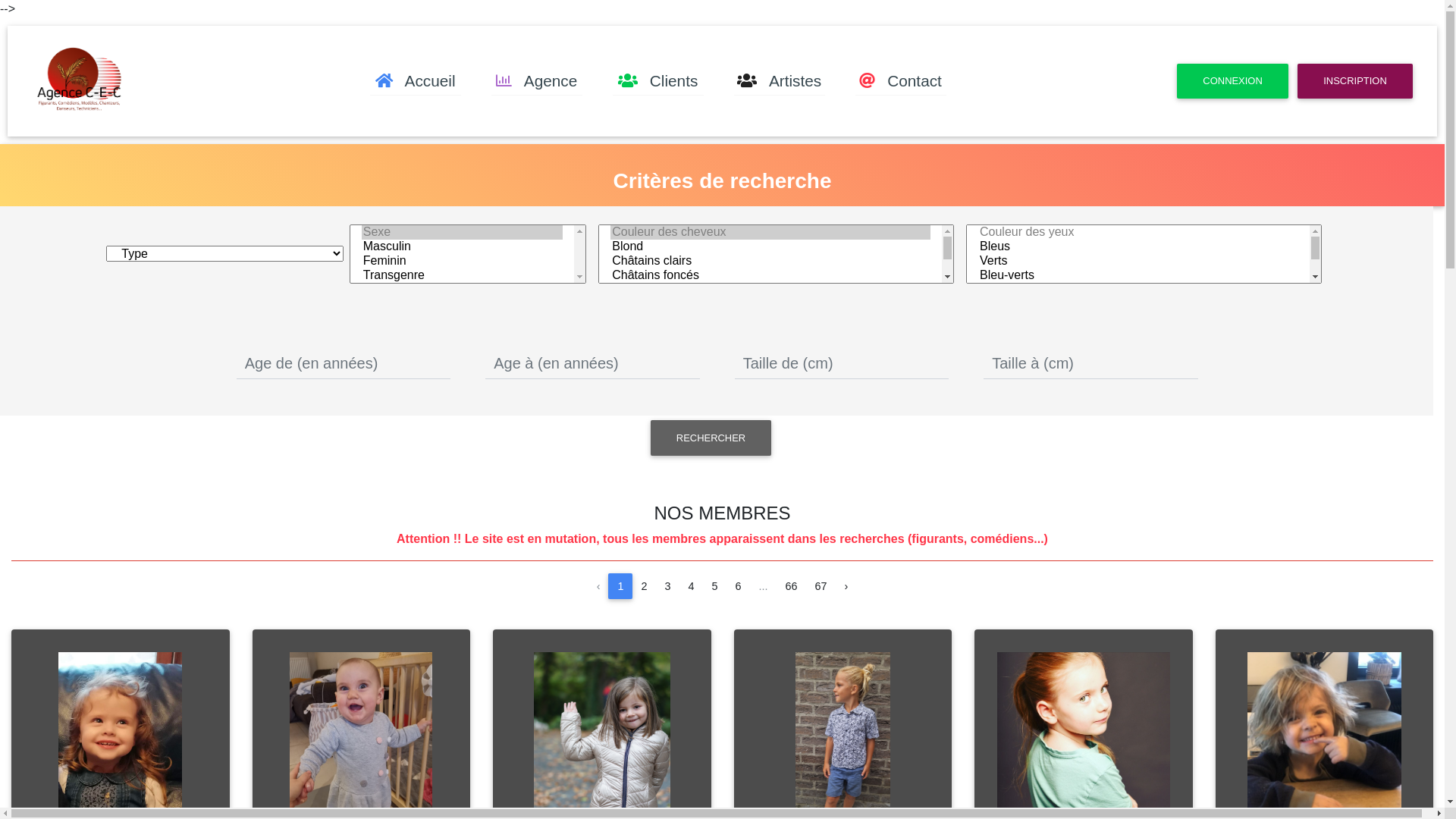 Image resolution: width=1456 pixels, height=819 pixels. What do you see at coordinates (415, 81) in the screenshot?
I see `'Accueil'` at bounding box center [415, 81].